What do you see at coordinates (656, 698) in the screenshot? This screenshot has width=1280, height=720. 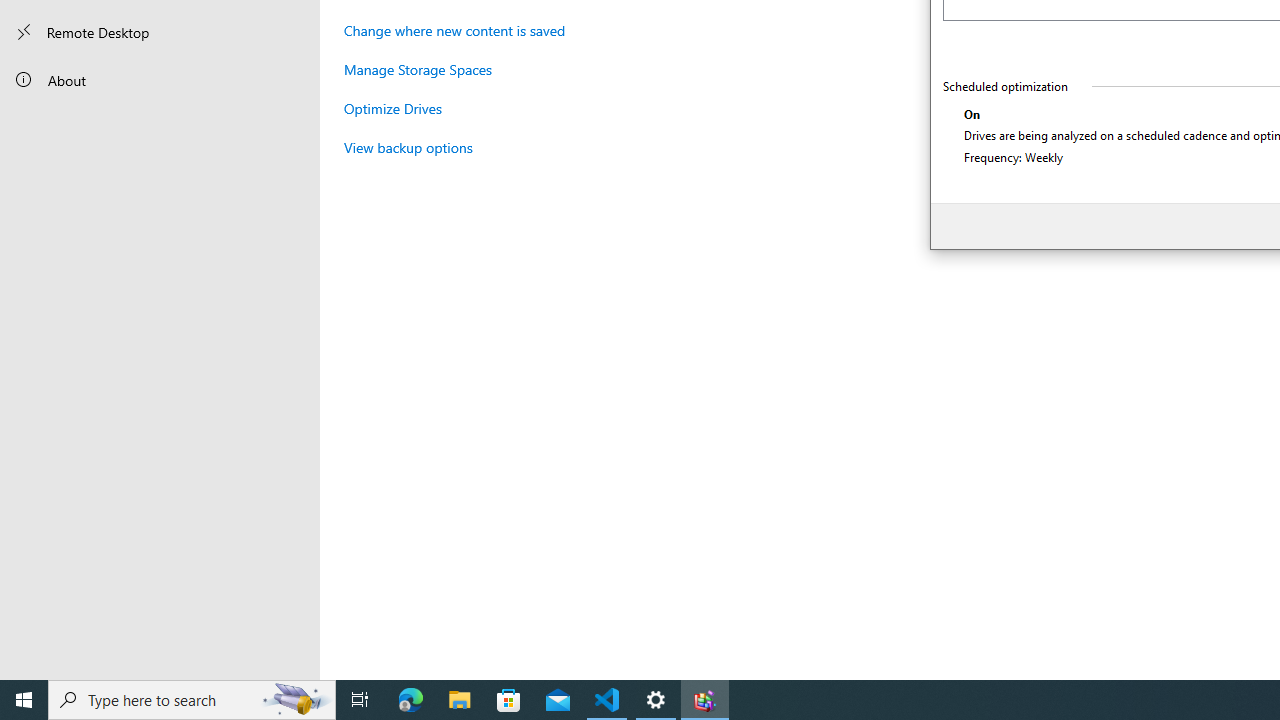 I see `'Settings - 1 running window'` at bounding box center [656, 698].